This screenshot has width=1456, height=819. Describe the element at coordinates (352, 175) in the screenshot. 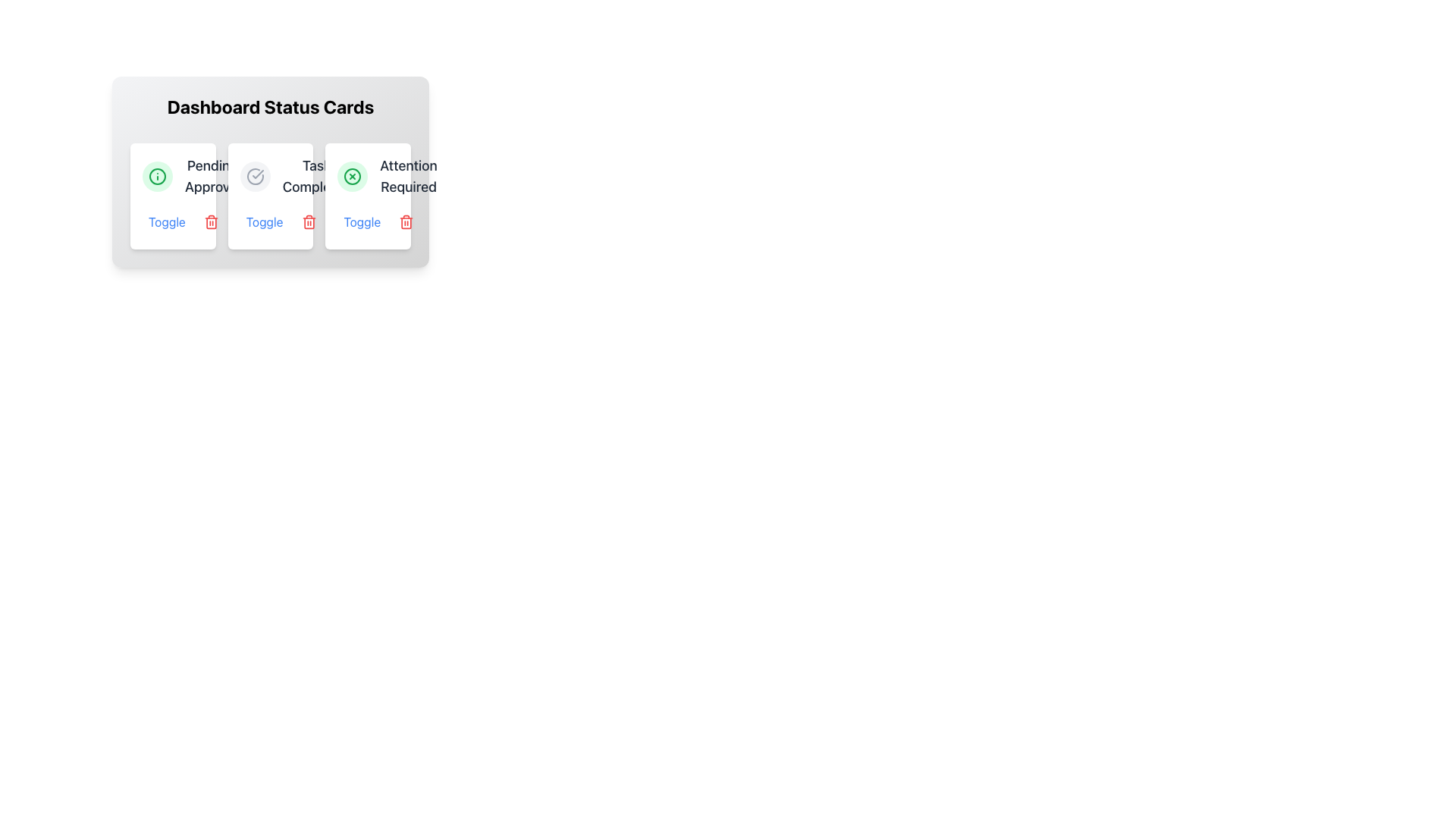

I see `the error/warning icon located centrally within the third card under the 'Dashboard Status Cards' section` at that location.